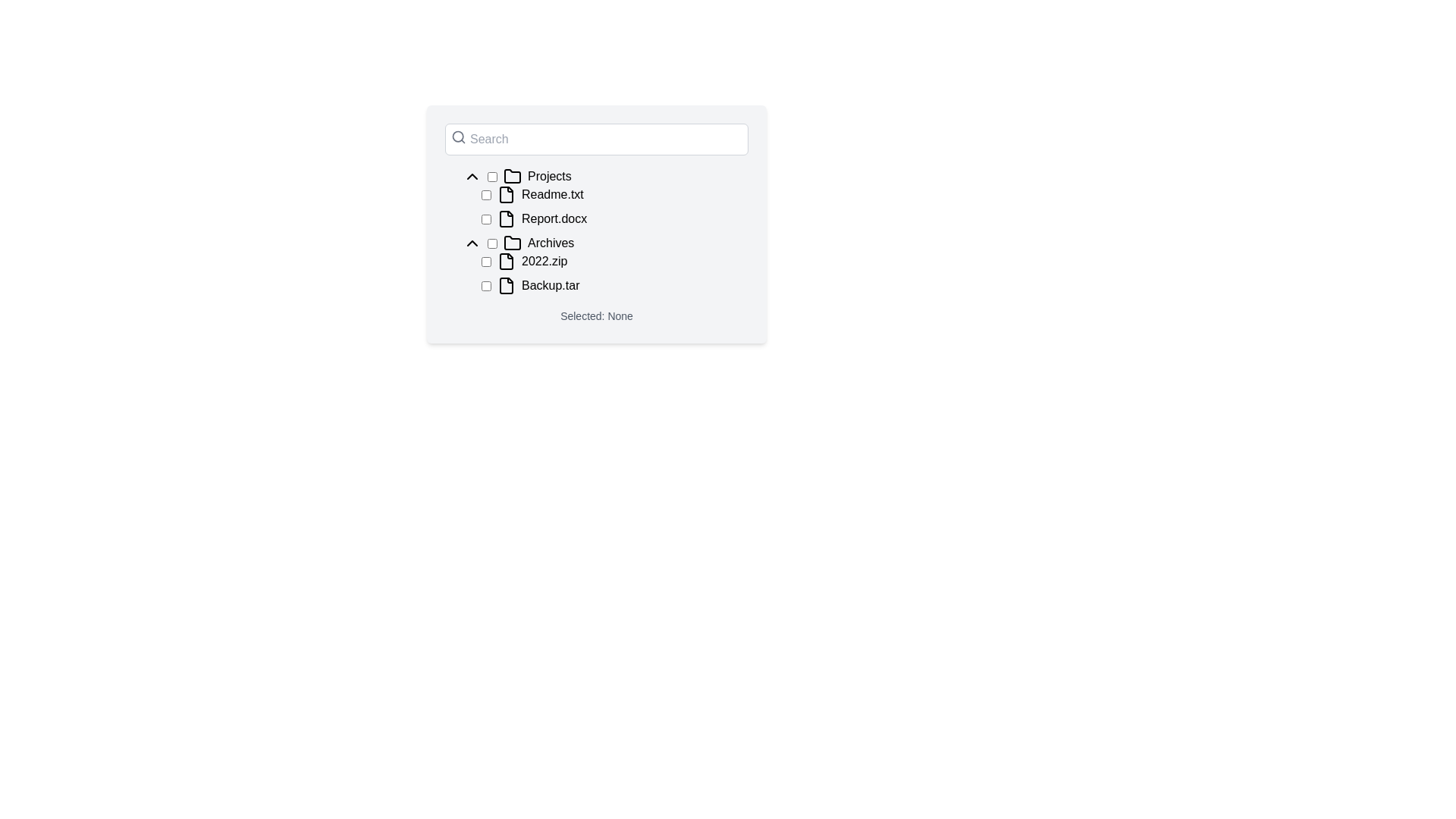  I want to click on the text label for the file named '2022.zip', which is the first file listed under the expanded 'Archives' folder, so click(544, 260).